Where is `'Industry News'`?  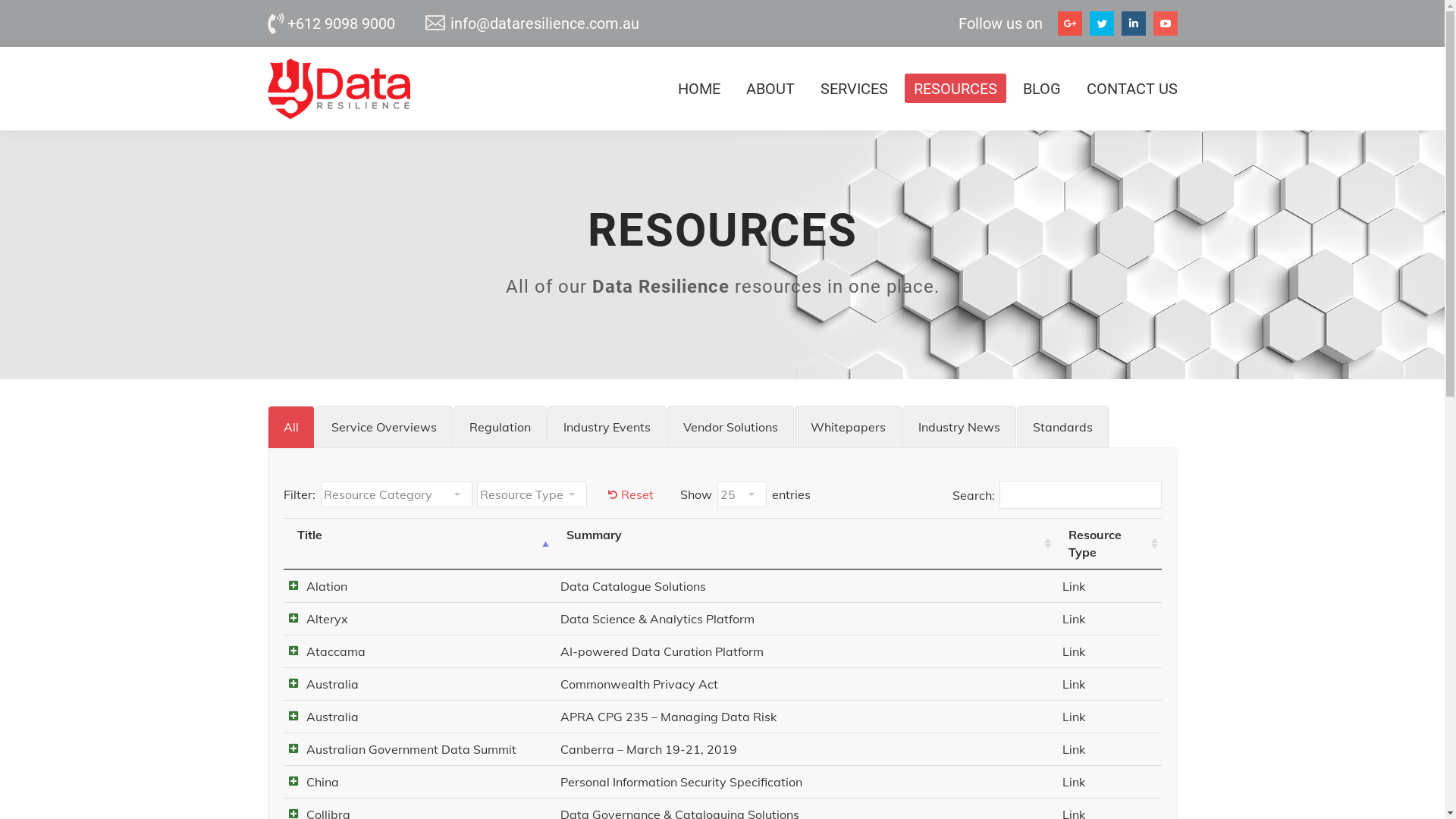
'Industry News' is located at coordinates (959, 427).